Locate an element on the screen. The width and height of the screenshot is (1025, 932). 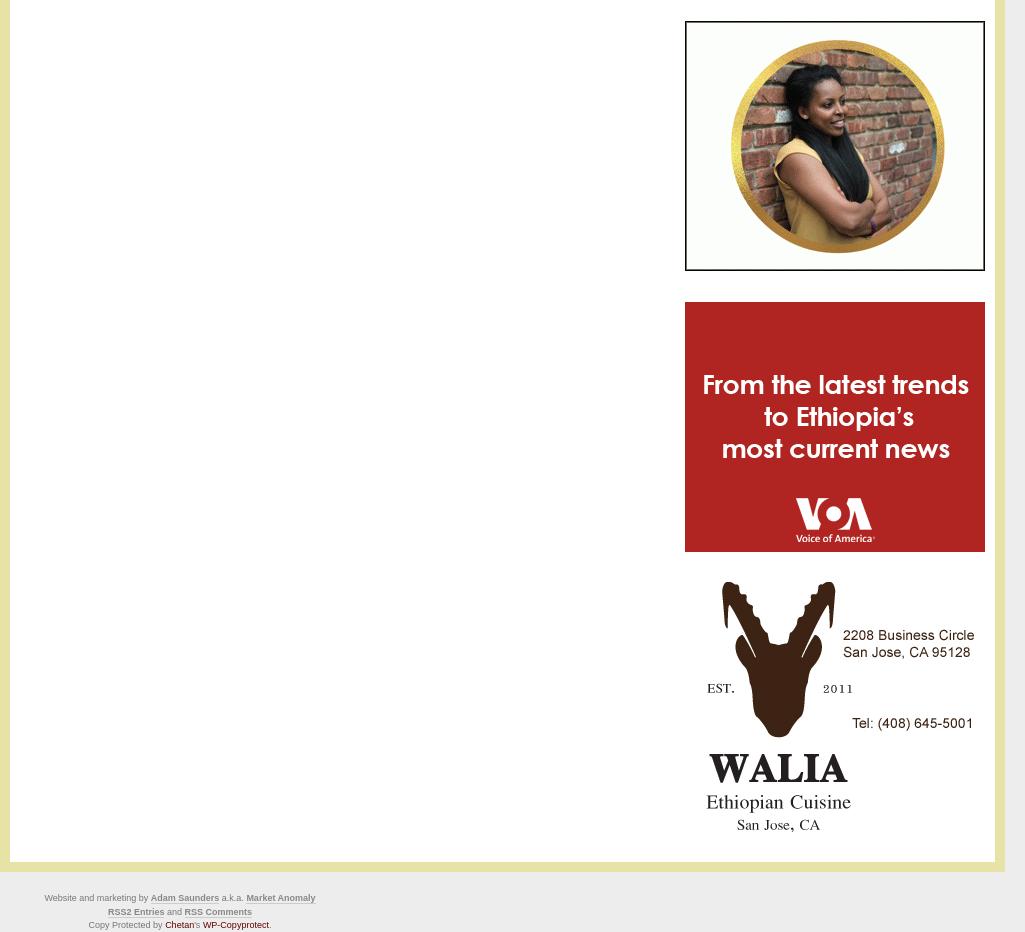
'Copy Protected by' is located at coordinates (87, 925).